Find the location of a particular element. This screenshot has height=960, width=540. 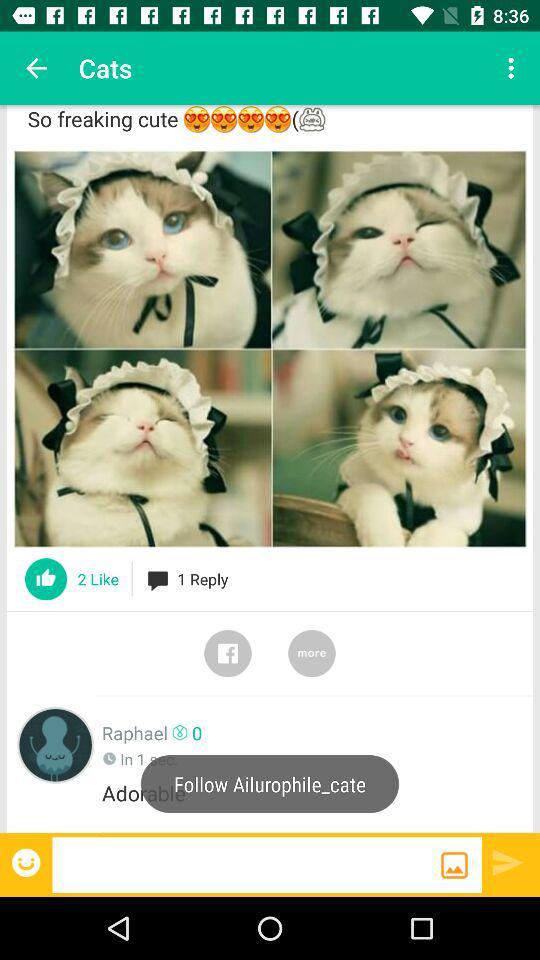

icon to the left of cats icon is located at coordinates (36, 68).